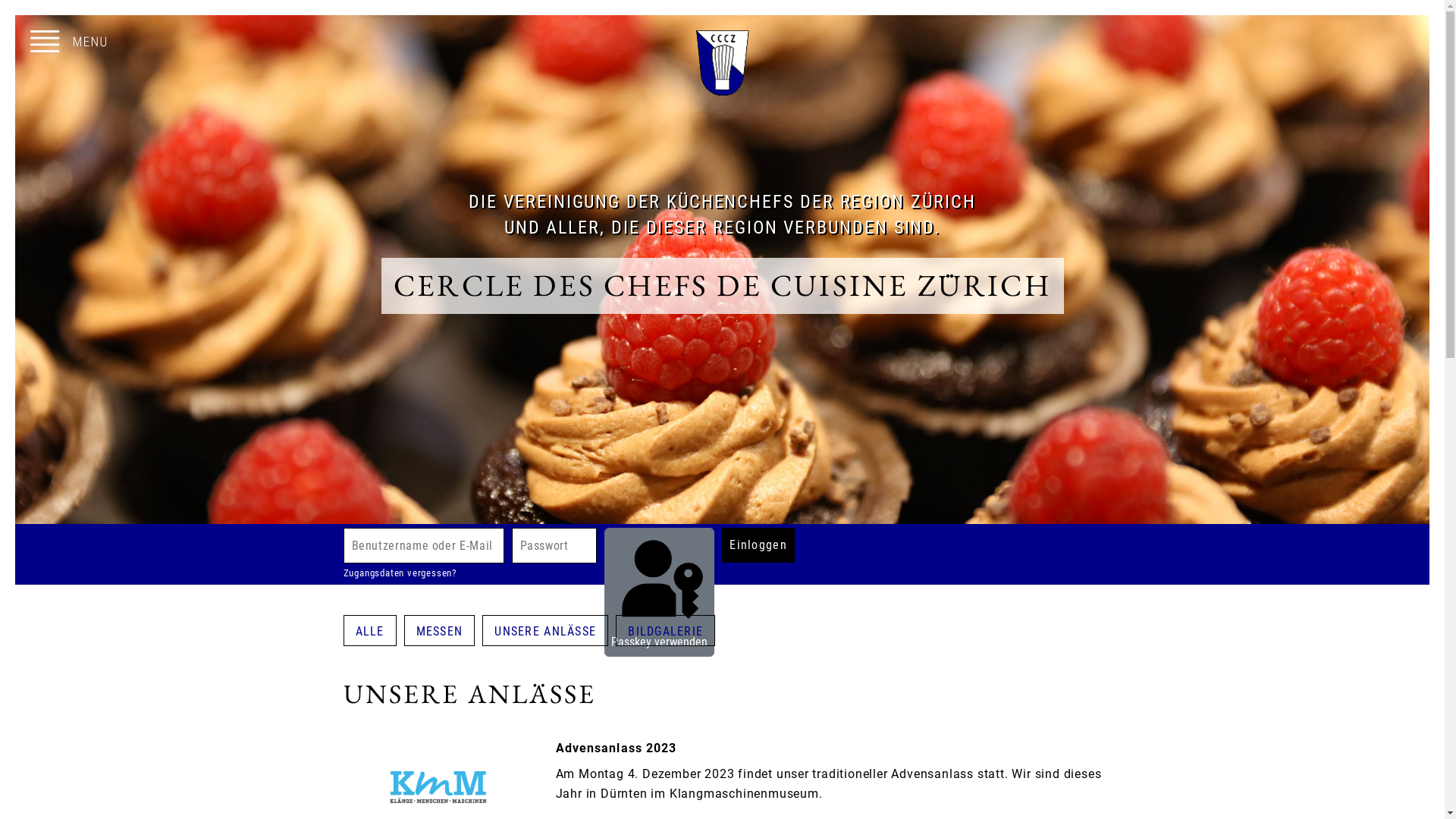  Describe the element at coordinates (720, 544) in the screenshot. I see `'Einloggen'` at that location.